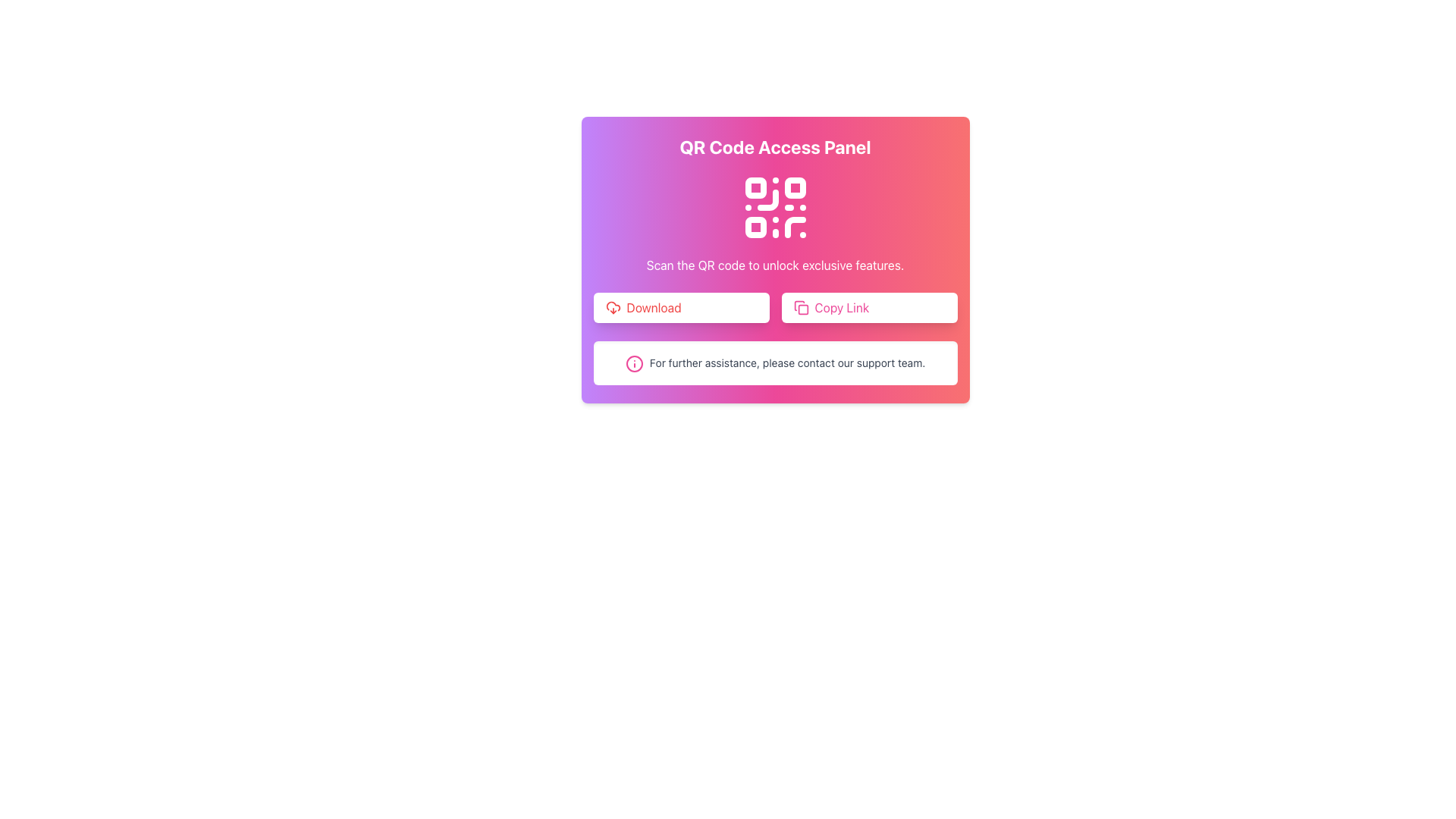 Image resolution: width=1456 pixels, height=819 pixels. Describe the element at coordinates (680, 307) in the screenshot. I see `the 'Download' button, which is a rectangular button with red text and a cloud icon, located below the QR code section` at that location.